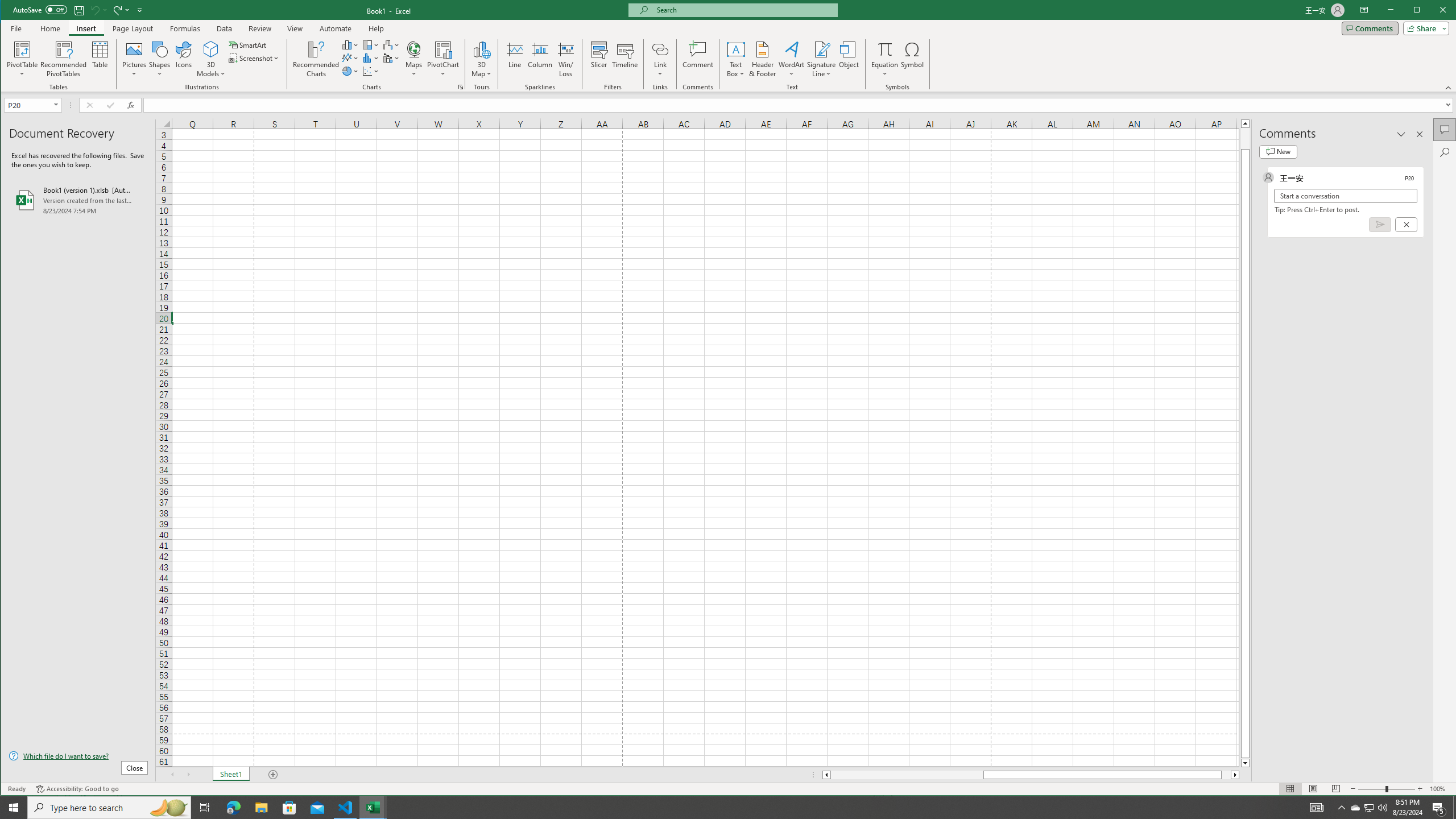 The height and width of the screenshot is (819, 1456). Describe the element at coordinates (442, 59) in the screenshot. I see `'PivotChart'` at that location.